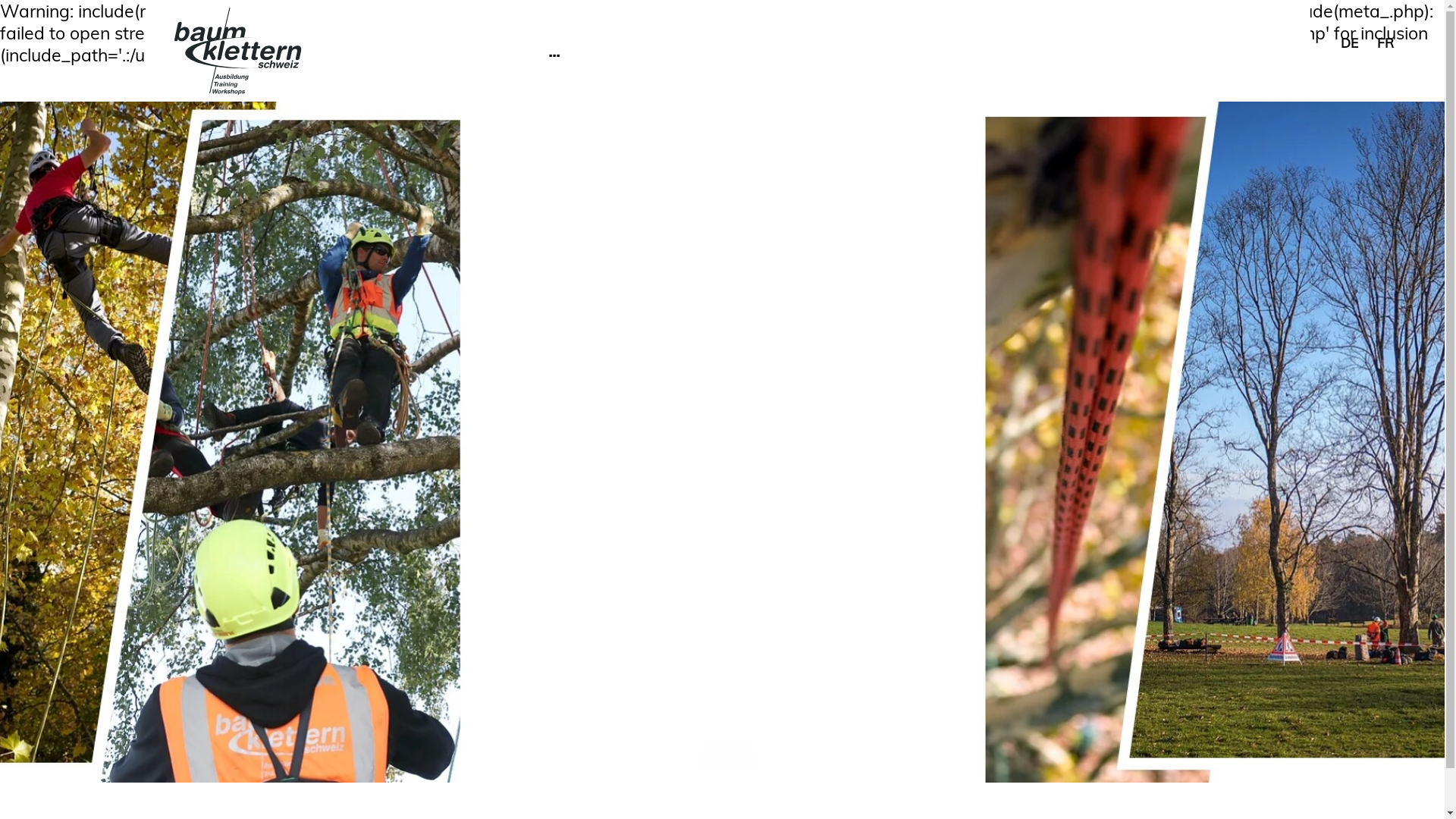 The width and height of the screenshot is (1456, 819). I want to click on 'FR', so click(1385, 42).